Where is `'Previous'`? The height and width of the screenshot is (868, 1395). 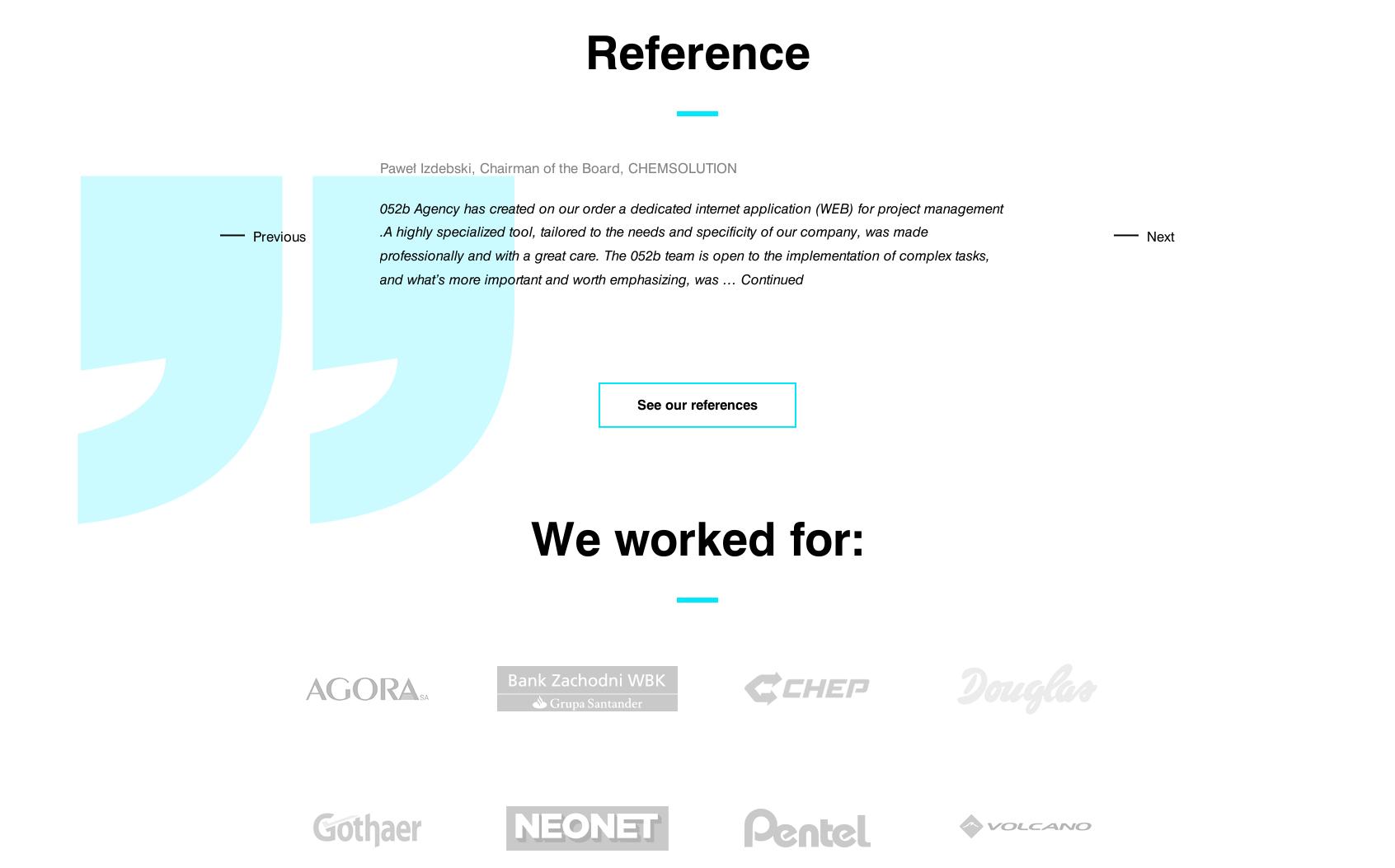 'Previous' is located at coordinates (279, 235).